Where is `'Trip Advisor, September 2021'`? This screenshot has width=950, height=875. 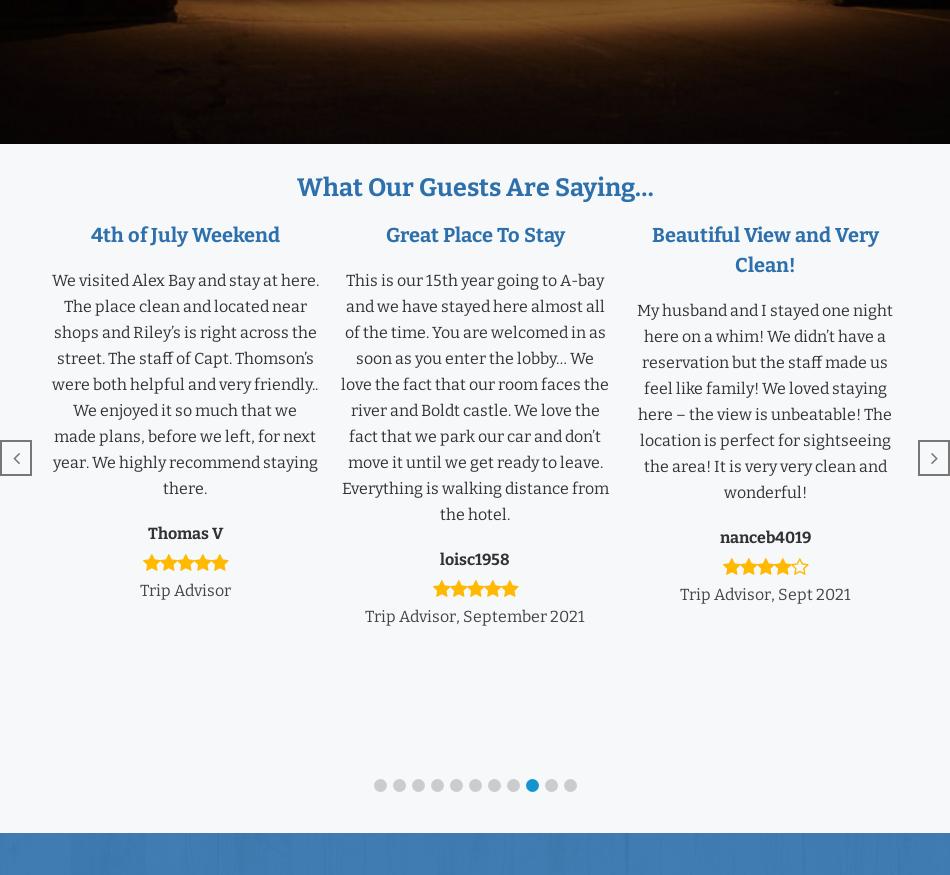
'Trip Advisor, September 2021' is located at coordinates (475, 616).